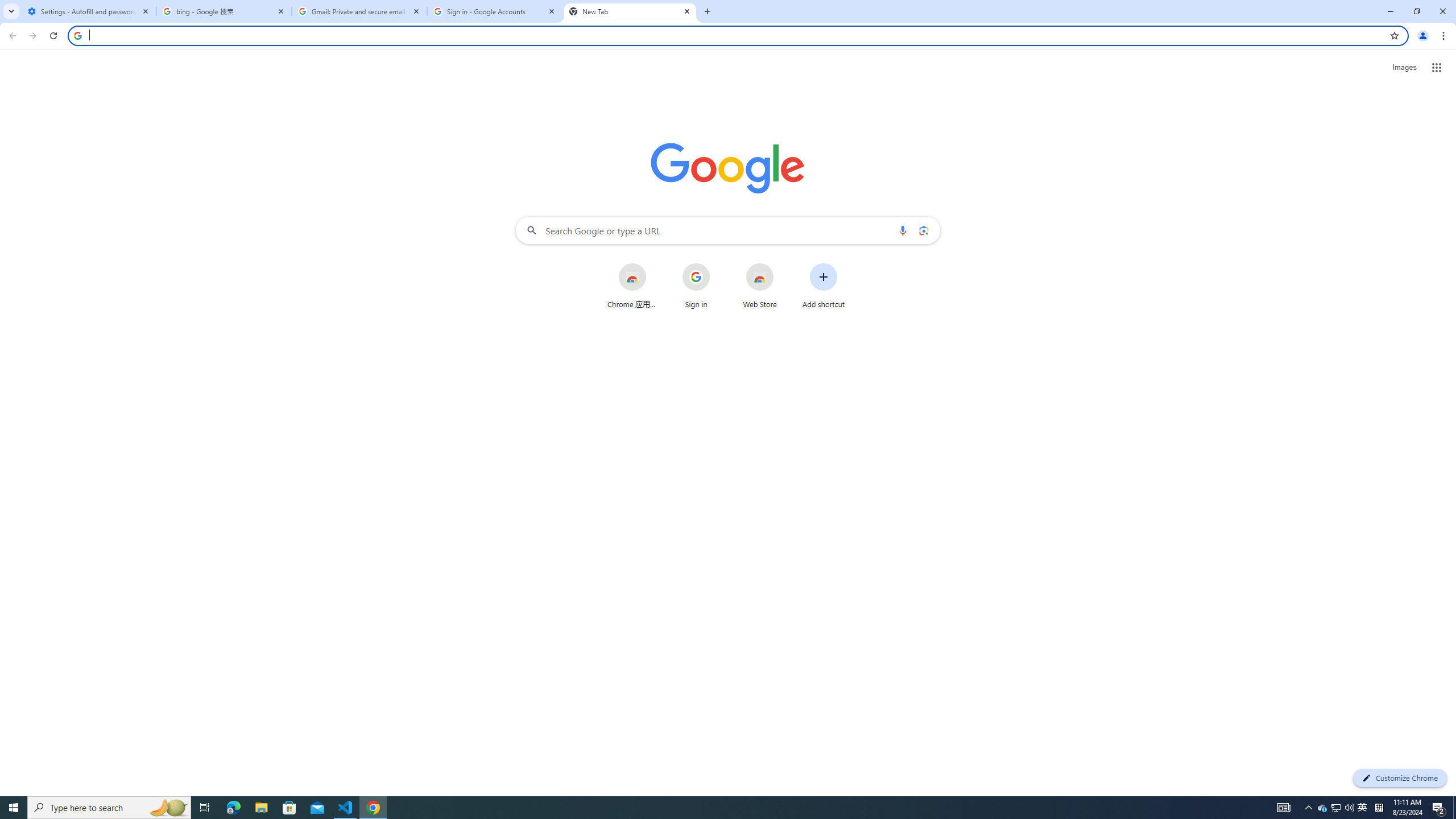 The image size is (1456, 819). Describe the element at coordinates (760, 285) in the screenshot. I see `'Web Store'` at that location.